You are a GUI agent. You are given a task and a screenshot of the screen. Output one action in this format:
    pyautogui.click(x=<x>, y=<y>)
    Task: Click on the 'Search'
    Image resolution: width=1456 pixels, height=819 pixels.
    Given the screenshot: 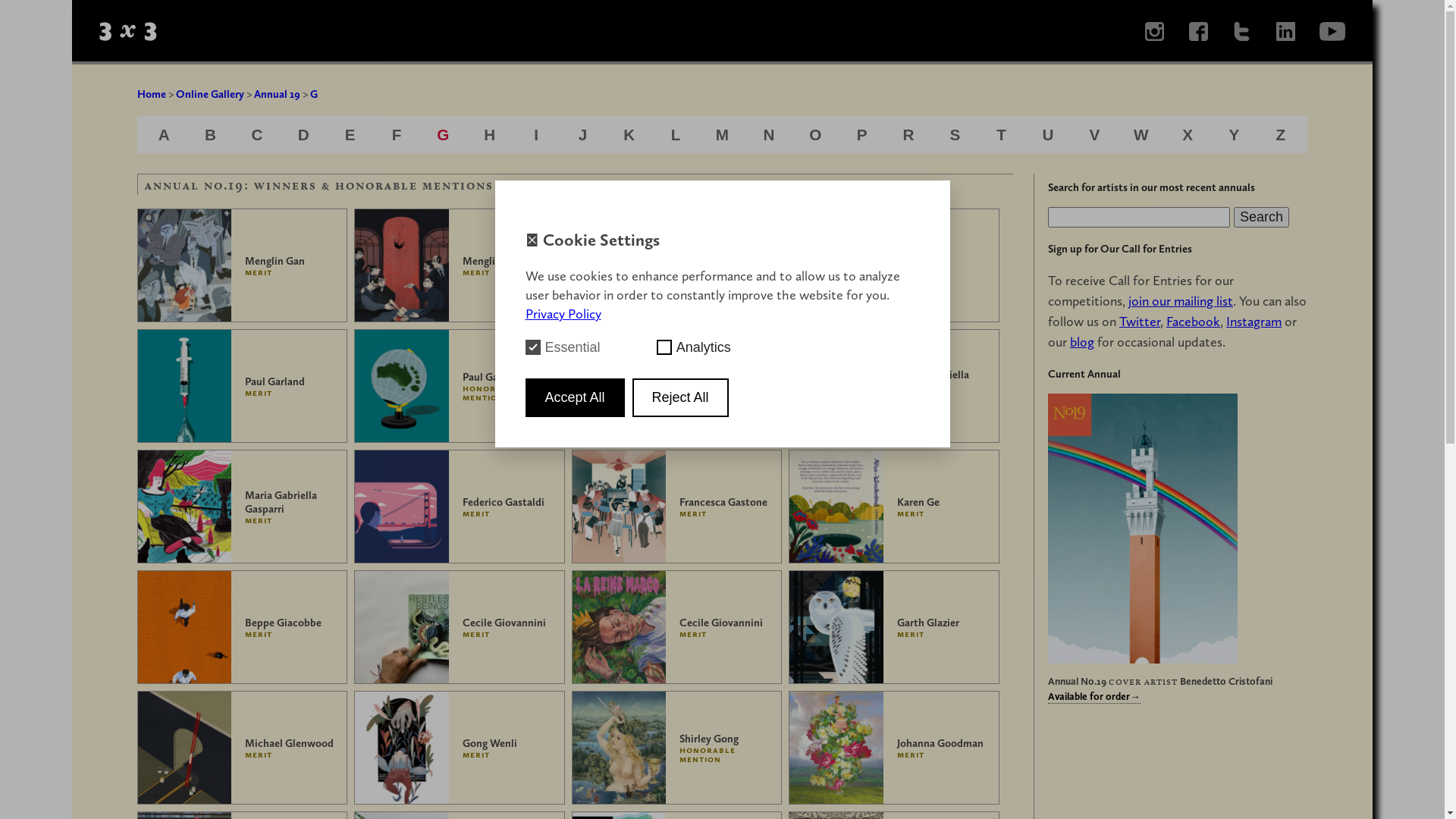 What is the action you would take?
    pyautogui.click(x=1261, y=217)
    